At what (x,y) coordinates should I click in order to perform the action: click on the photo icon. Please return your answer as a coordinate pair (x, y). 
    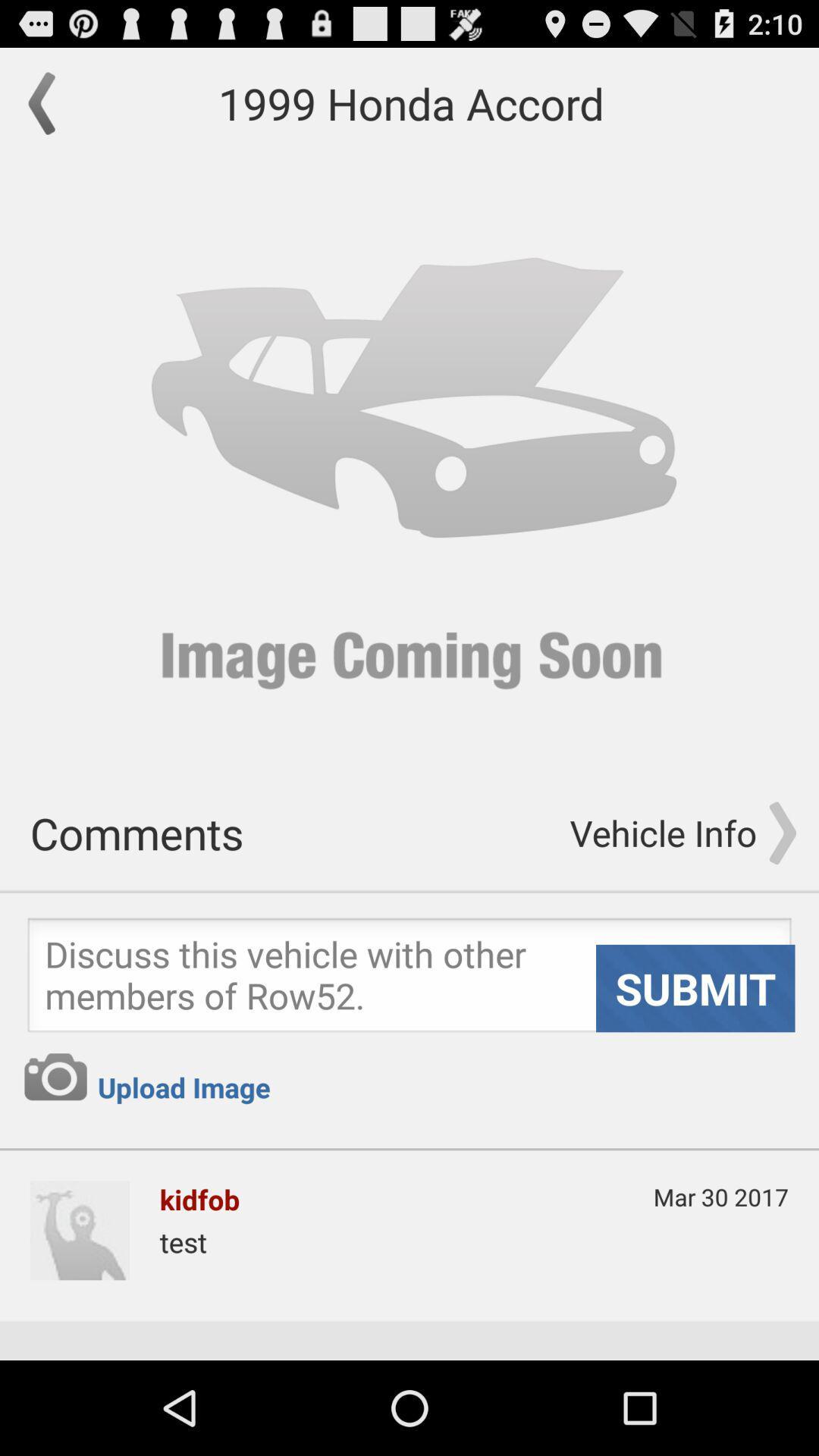
    Looking at the image, I should click on (55, 1152).